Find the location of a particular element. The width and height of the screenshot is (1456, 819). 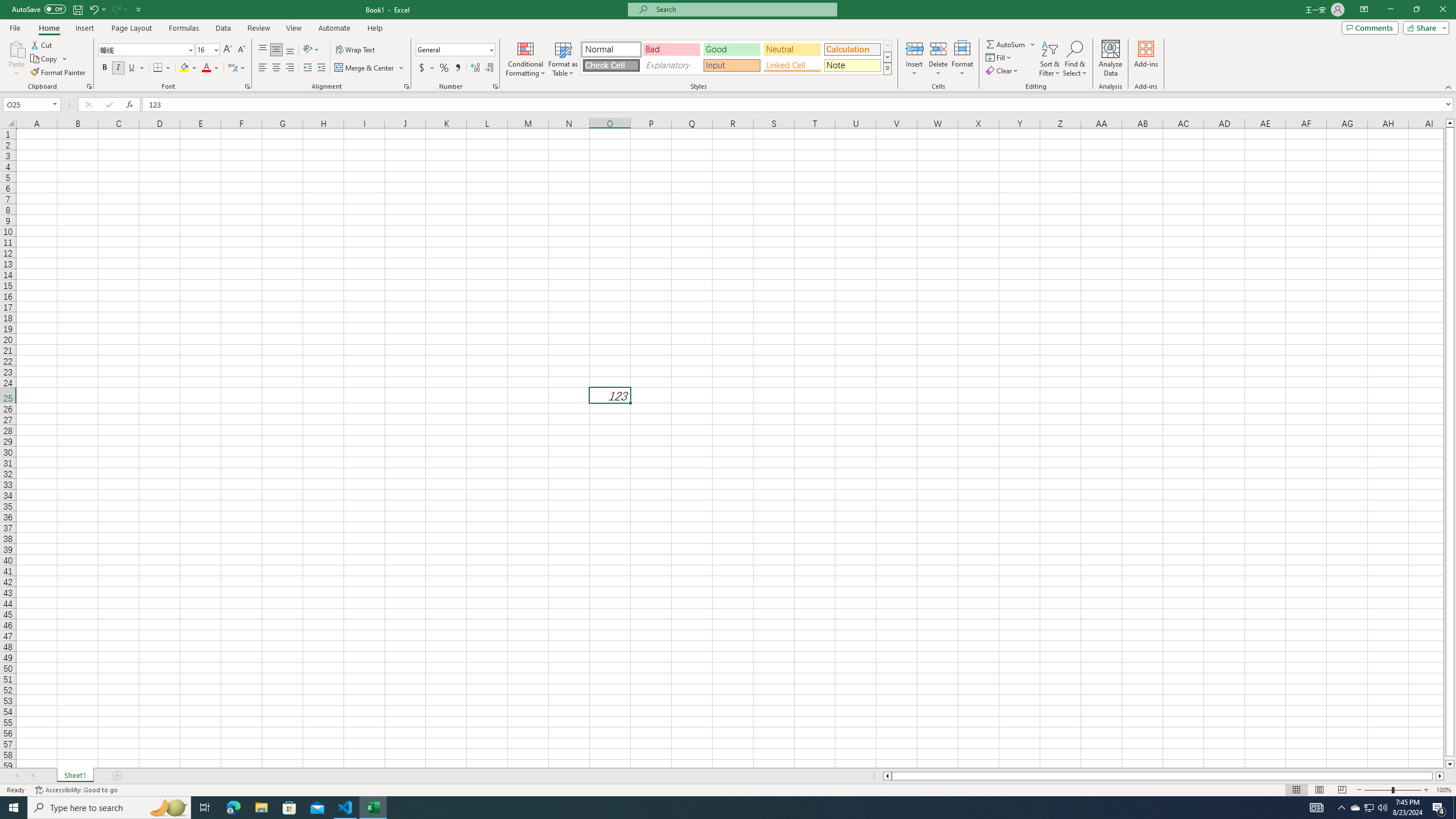

'Zoom In' is located at coordinates (1426, 790).